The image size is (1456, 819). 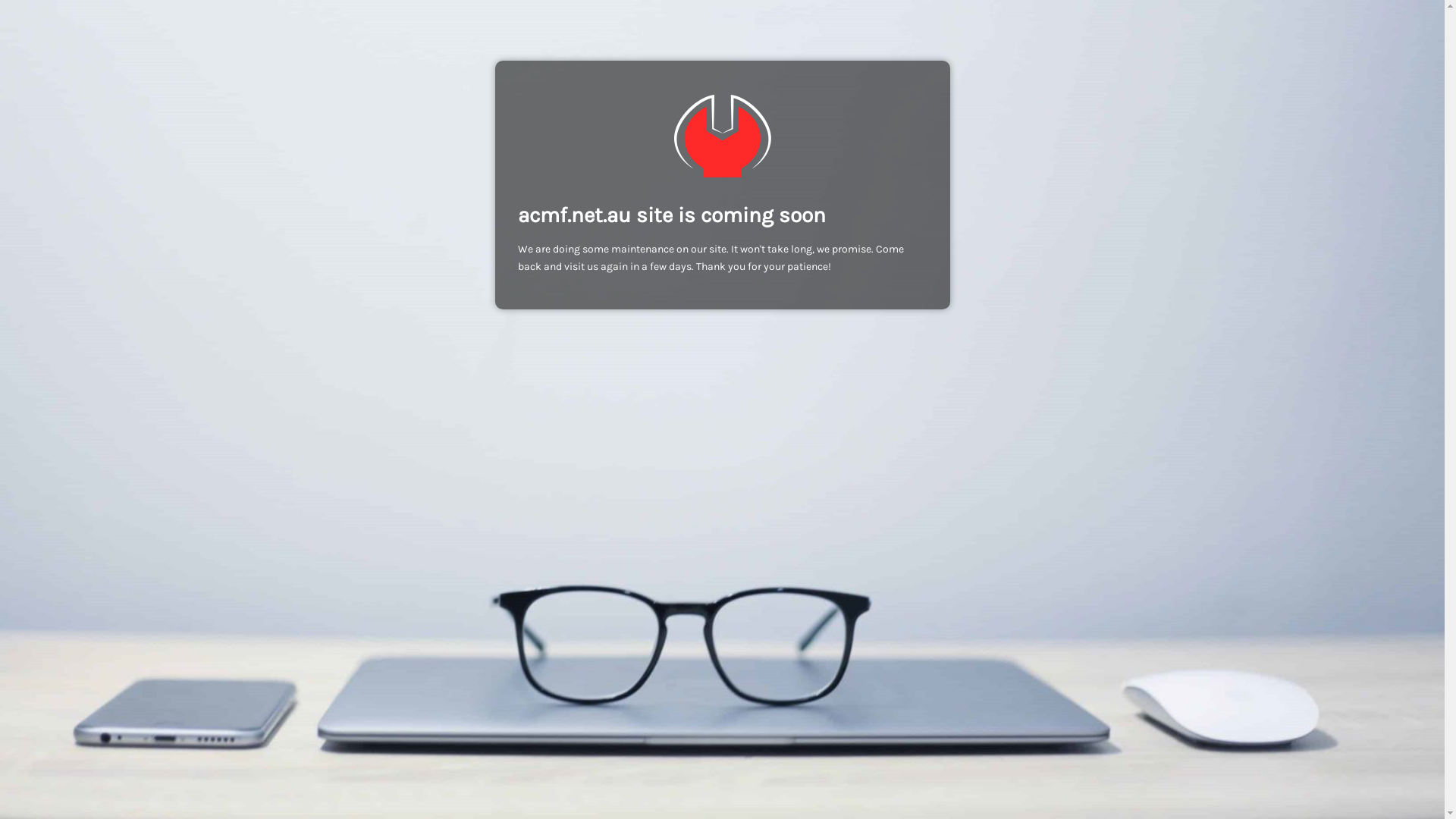 What do you see at coordinates (720, 135) in the screenshot?
I see `'ACMF Metal Fabrication'` at bounding box center [720, 135].